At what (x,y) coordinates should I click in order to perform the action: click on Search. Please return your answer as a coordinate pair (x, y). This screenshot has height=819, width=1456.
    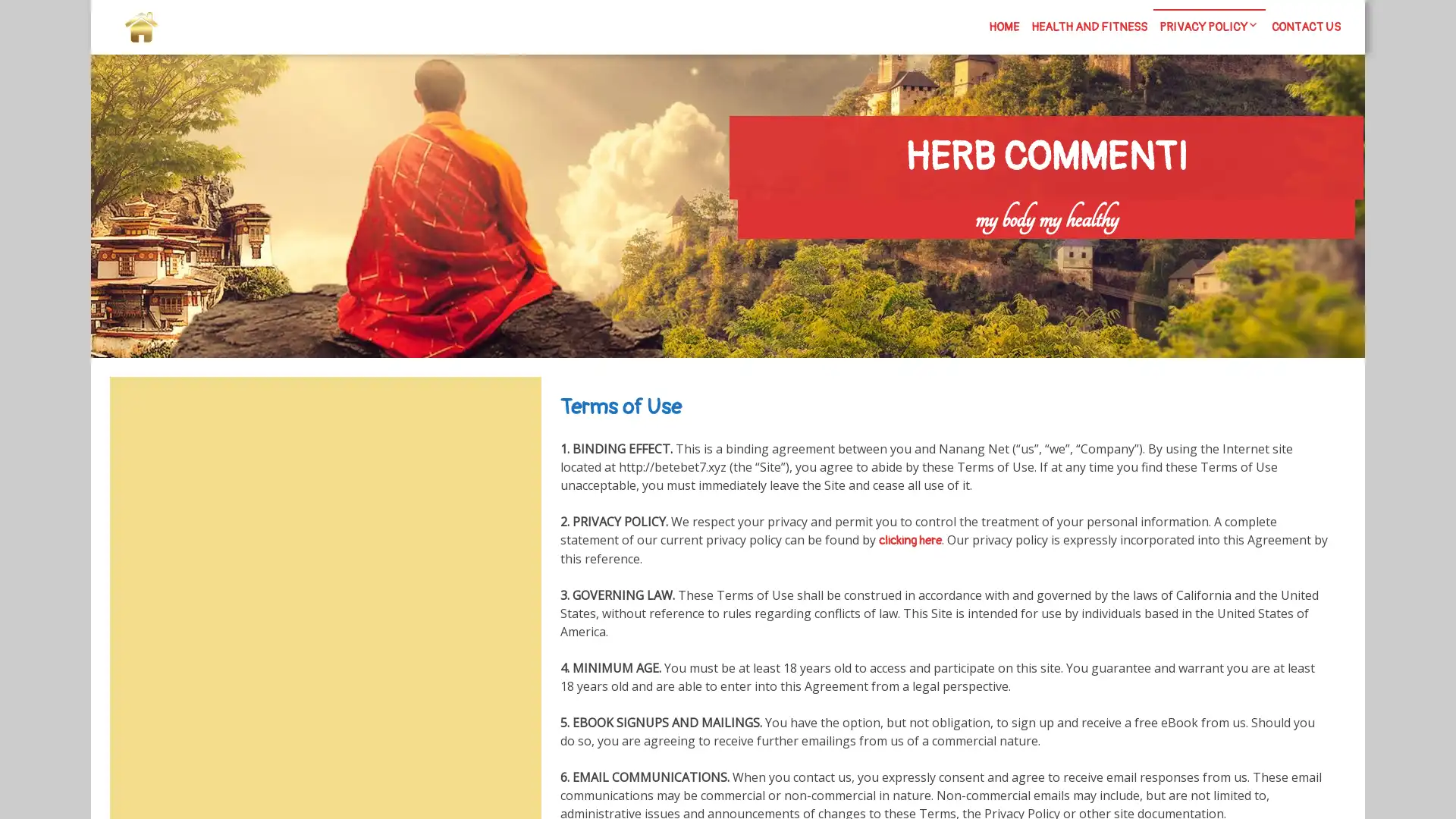
    Looking at the image, I should click on (1181, 248).